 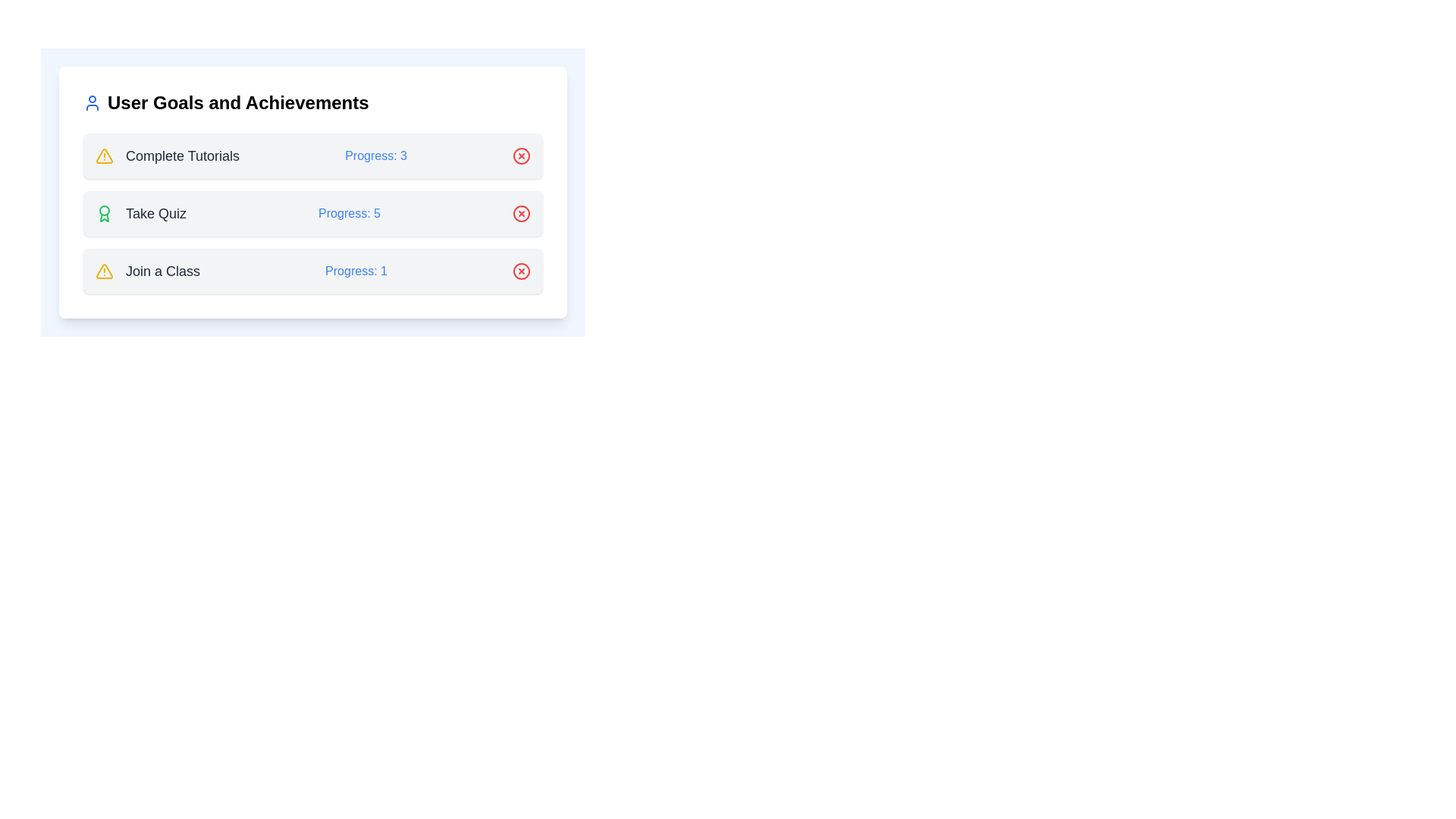 What do you see at coordinates (104, 210) in the screenshot?
I see `the decorative Circle SVG element located to the left of the 'Take Quiz' label in the 'User Goals and Achievements' section using accessibility tools` at bounding box center [104, 210].